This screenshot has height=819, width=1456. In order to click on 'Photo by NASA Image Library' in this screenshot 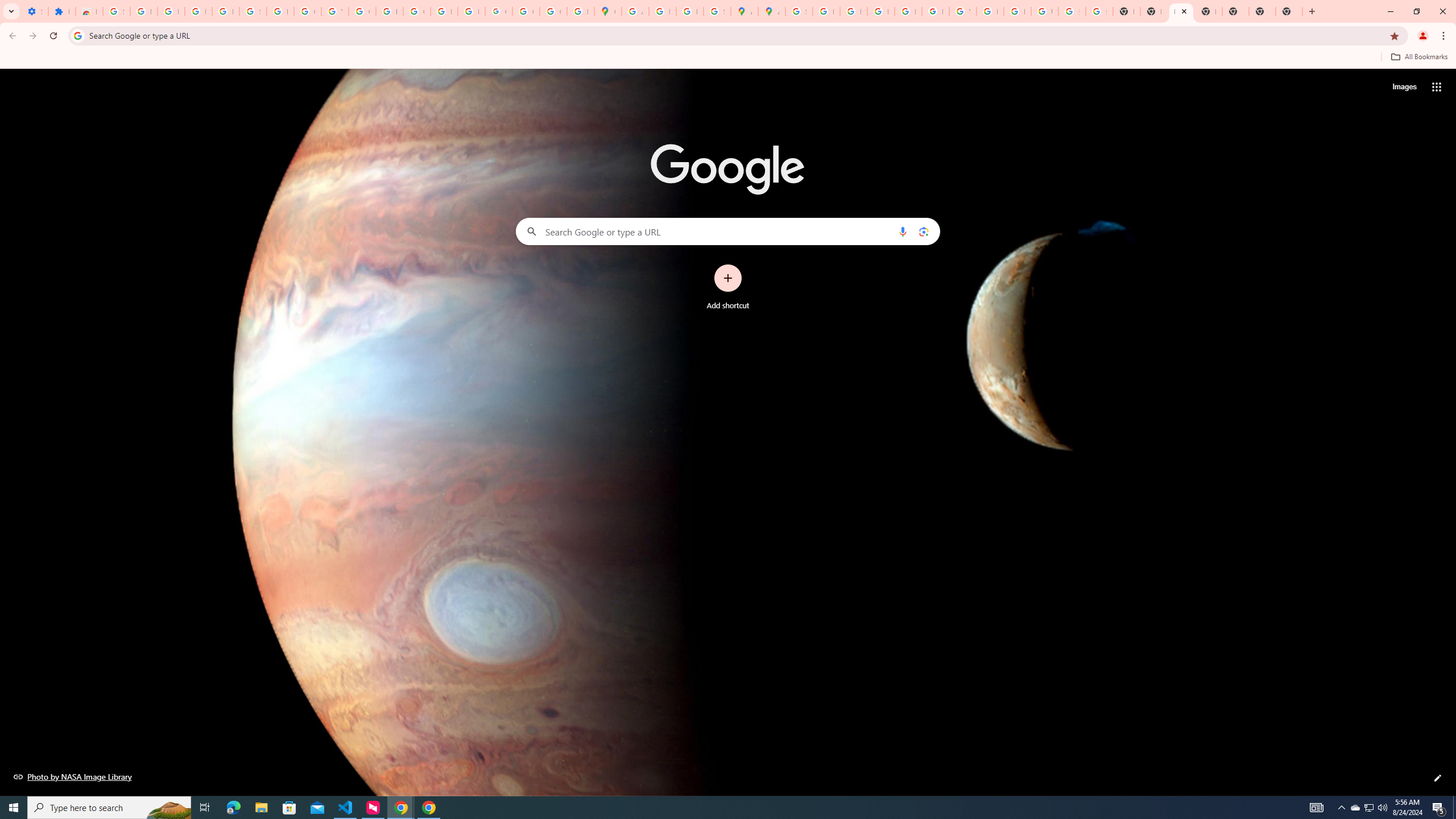, I will do `click(72, 776)`.